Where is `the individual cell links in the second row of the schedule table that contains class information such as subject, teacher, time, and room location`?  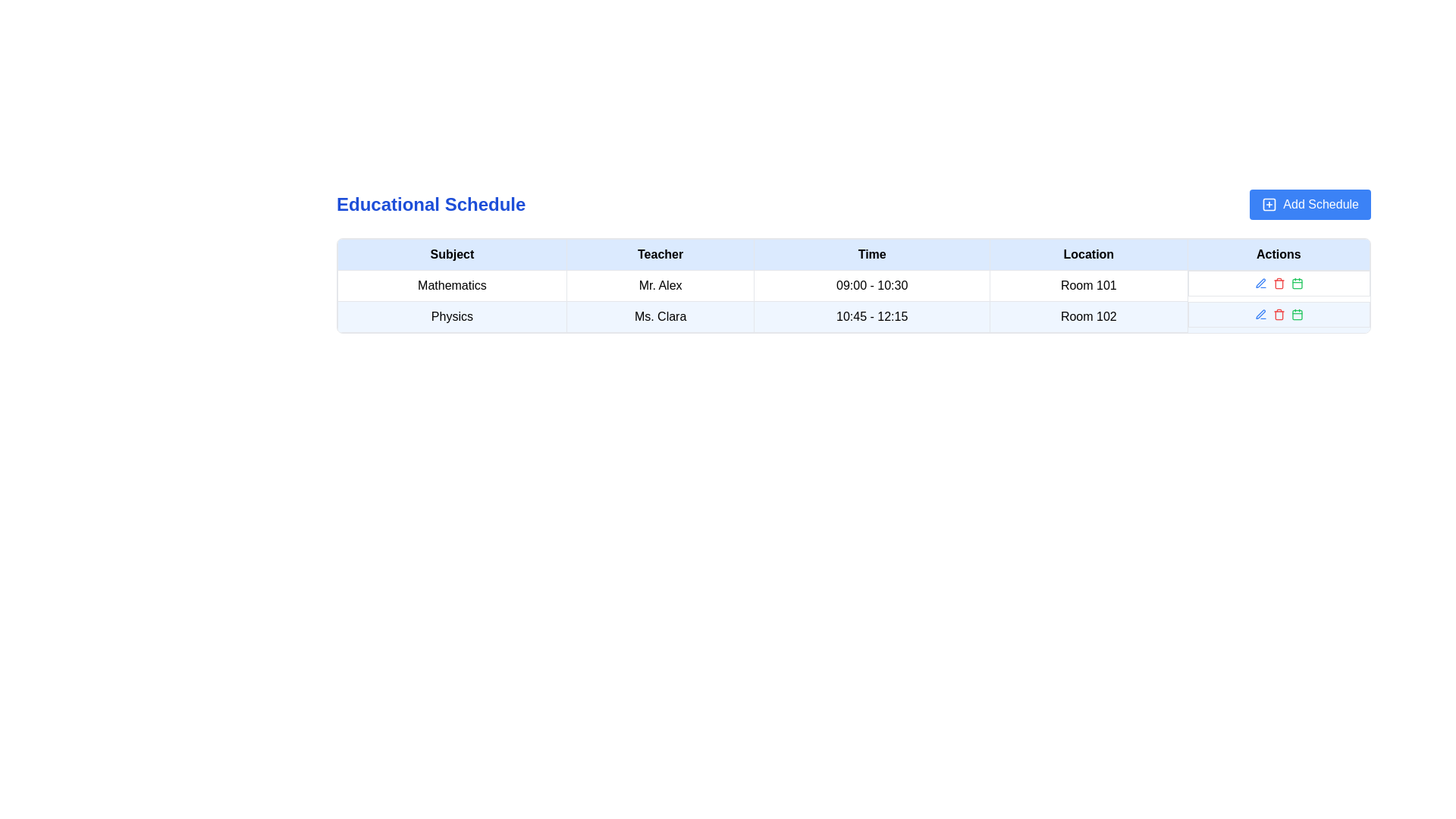 the individual cell links in the second row of the schedule table that contains class information such as subject, teacher, time, and room location is located at coordinates (854, 315).